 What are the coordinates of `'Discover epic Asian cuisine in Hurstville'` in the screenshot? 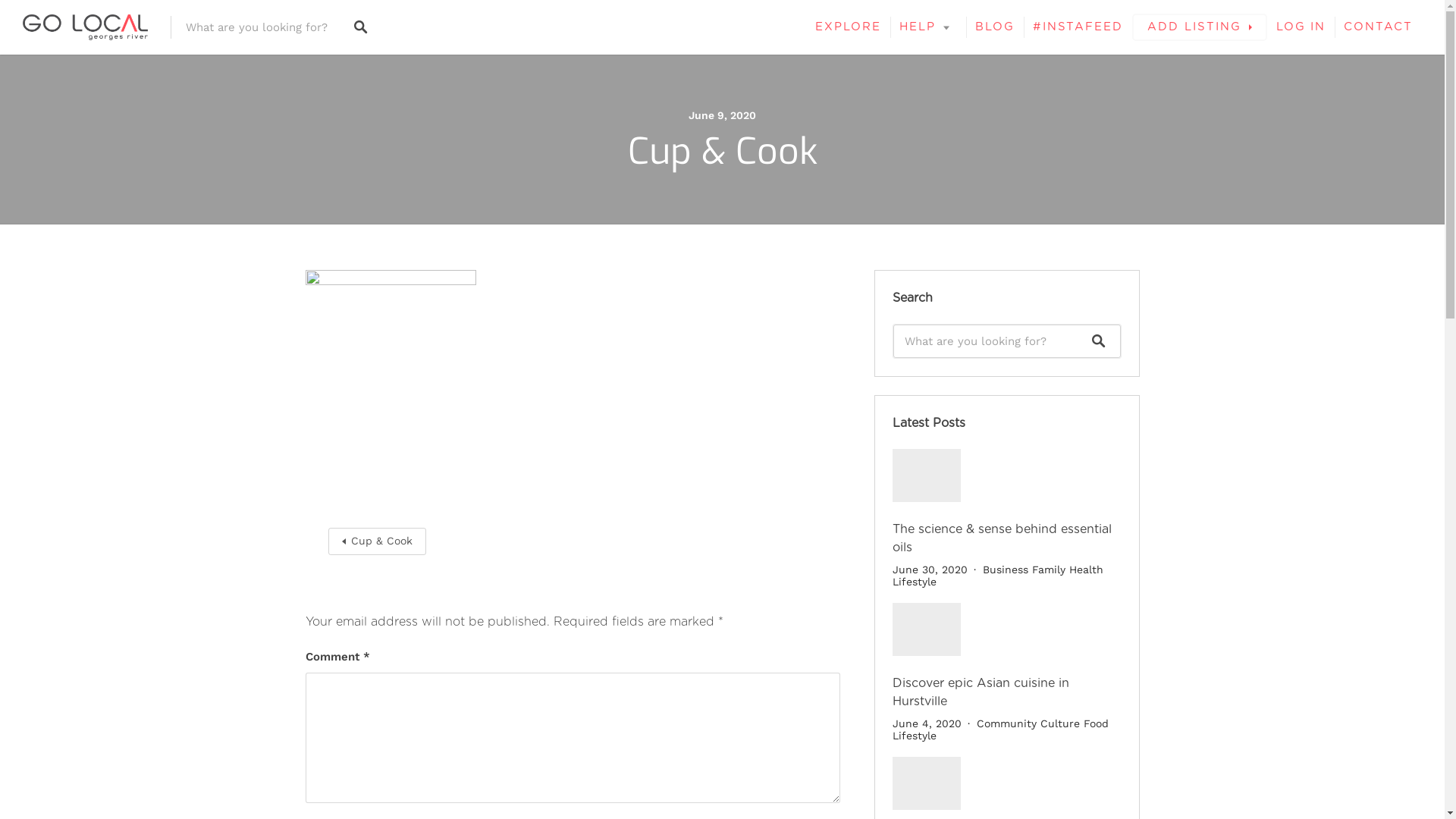 It's located at (980, 692).